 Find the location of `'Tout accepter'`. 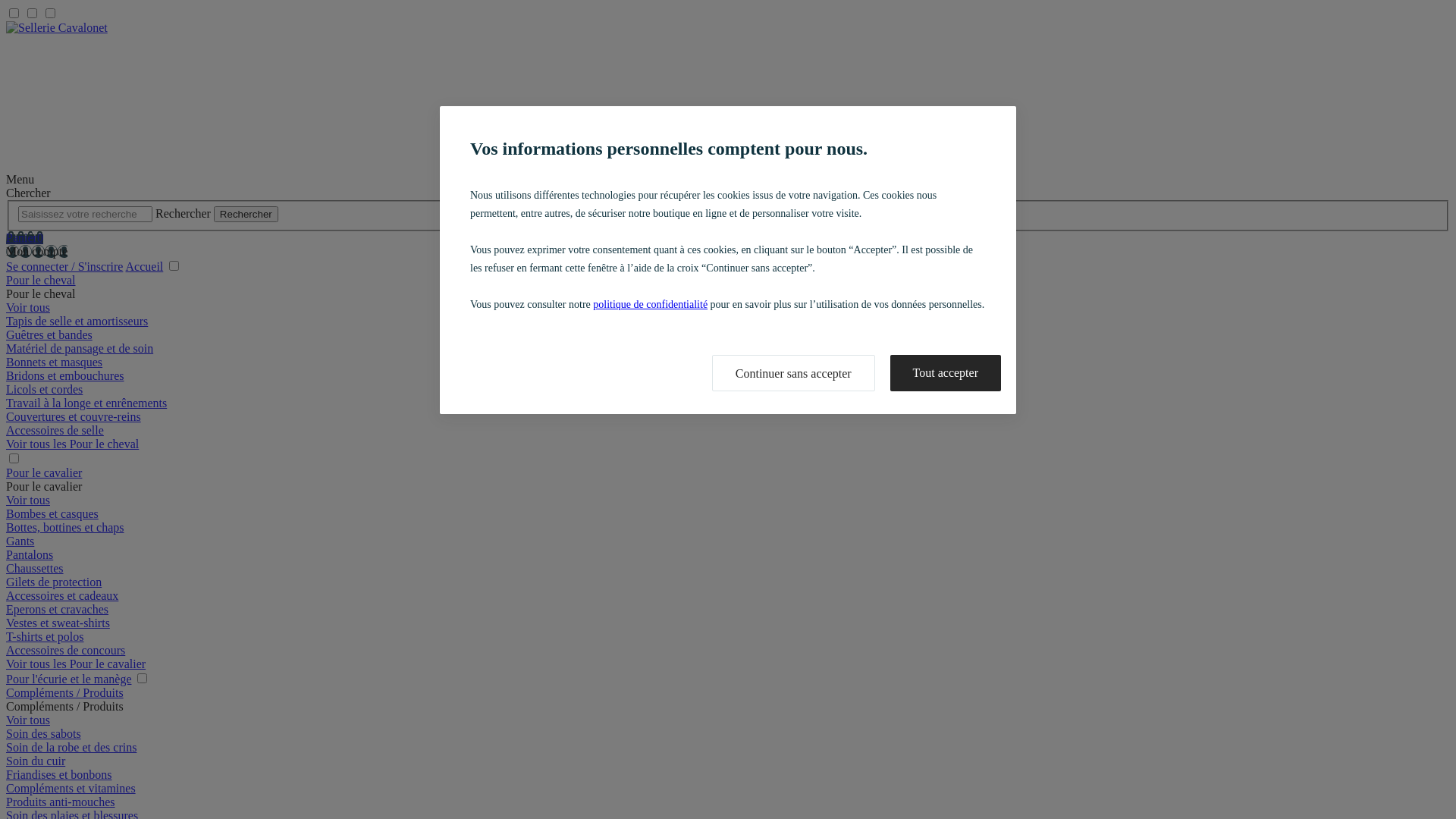

'Tout accepter' is located at coordinates (890, 373).